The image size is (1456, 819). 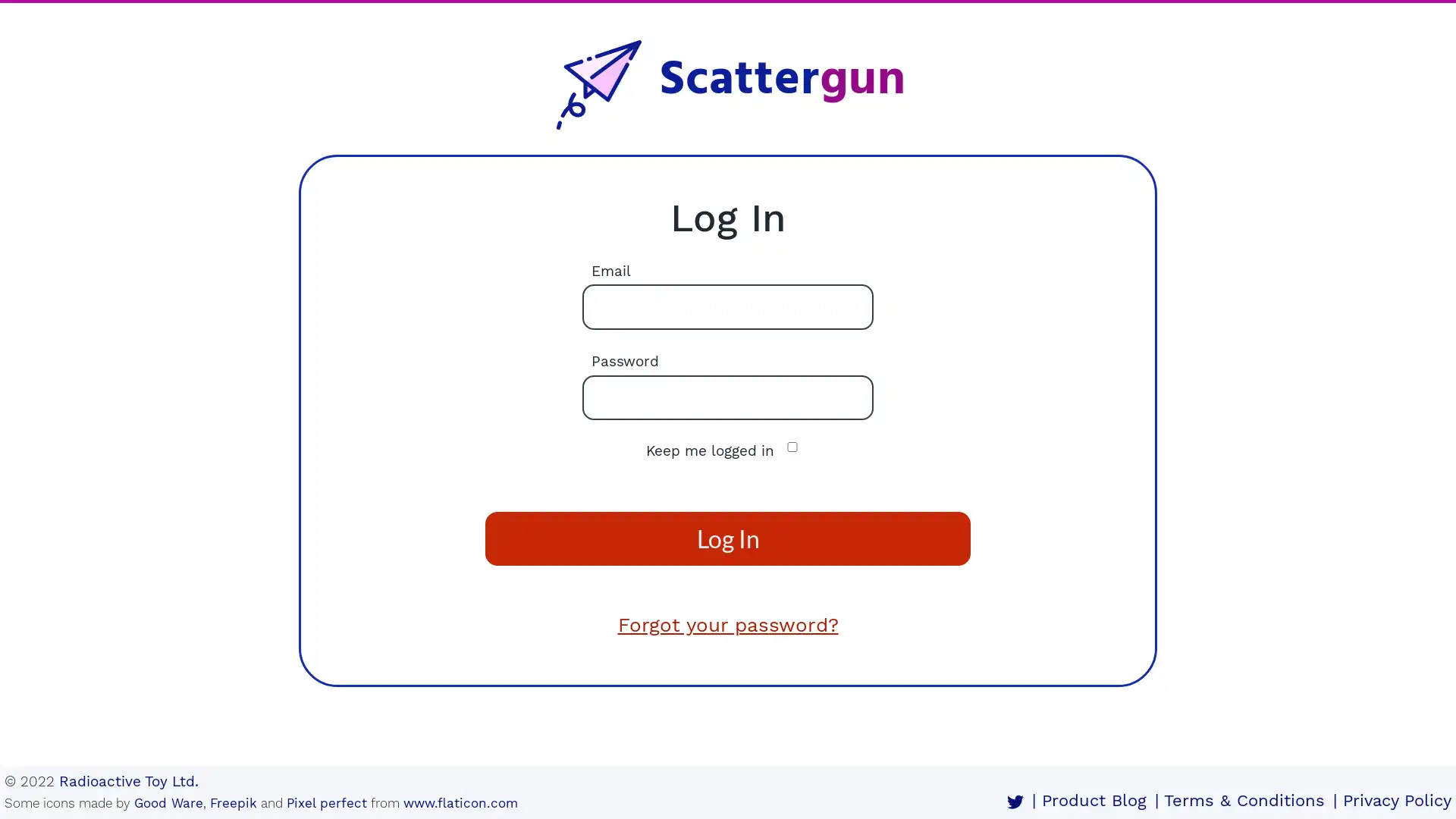 I want to click on Log In, so click(x=728, y=537).